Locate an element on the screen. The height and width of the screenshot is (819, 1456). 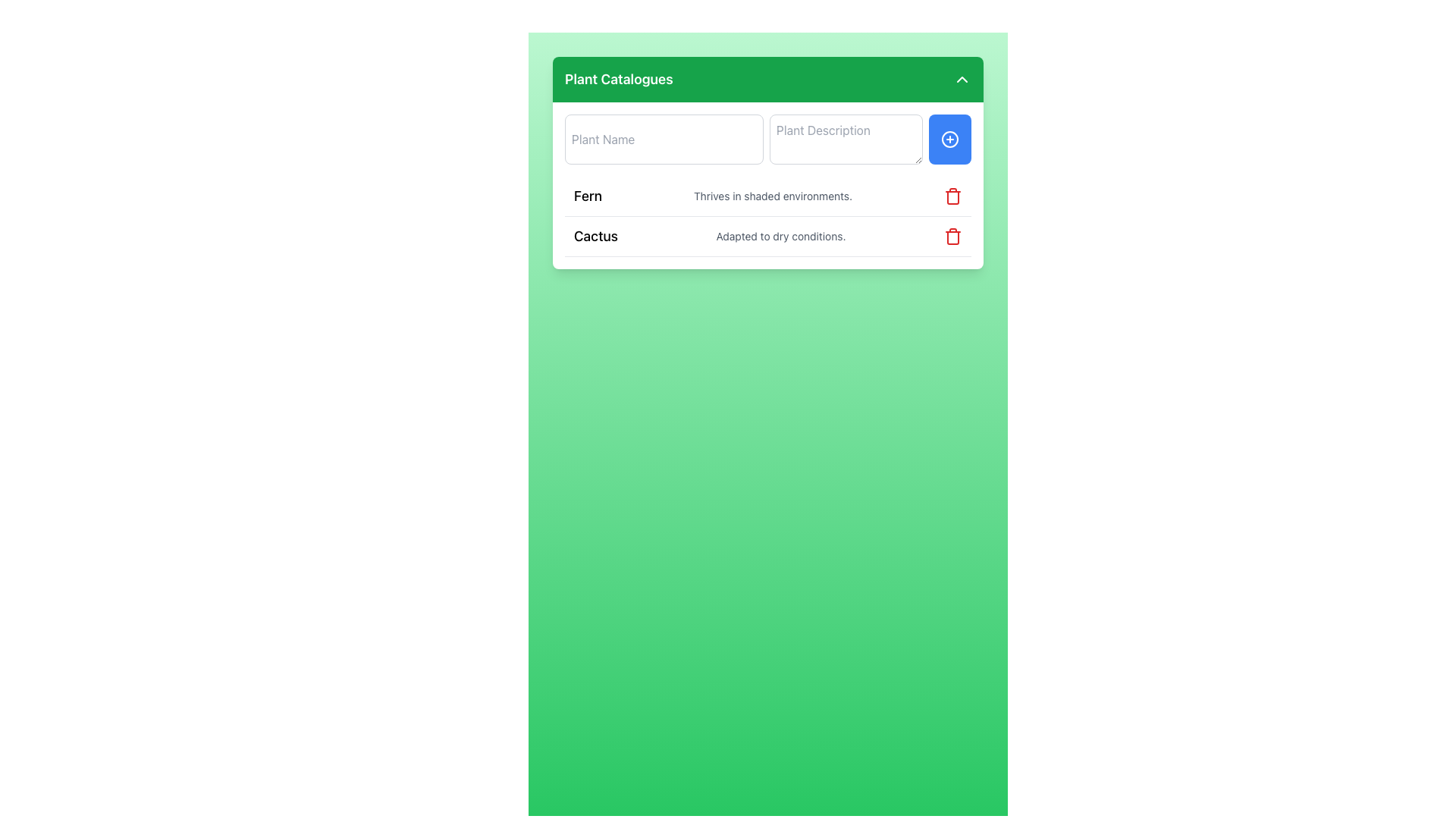
the first list item in the catalog, which contains the text 'Fern' and a red trash icon on the right, for additional interaction is located at coordinates (767, 196).